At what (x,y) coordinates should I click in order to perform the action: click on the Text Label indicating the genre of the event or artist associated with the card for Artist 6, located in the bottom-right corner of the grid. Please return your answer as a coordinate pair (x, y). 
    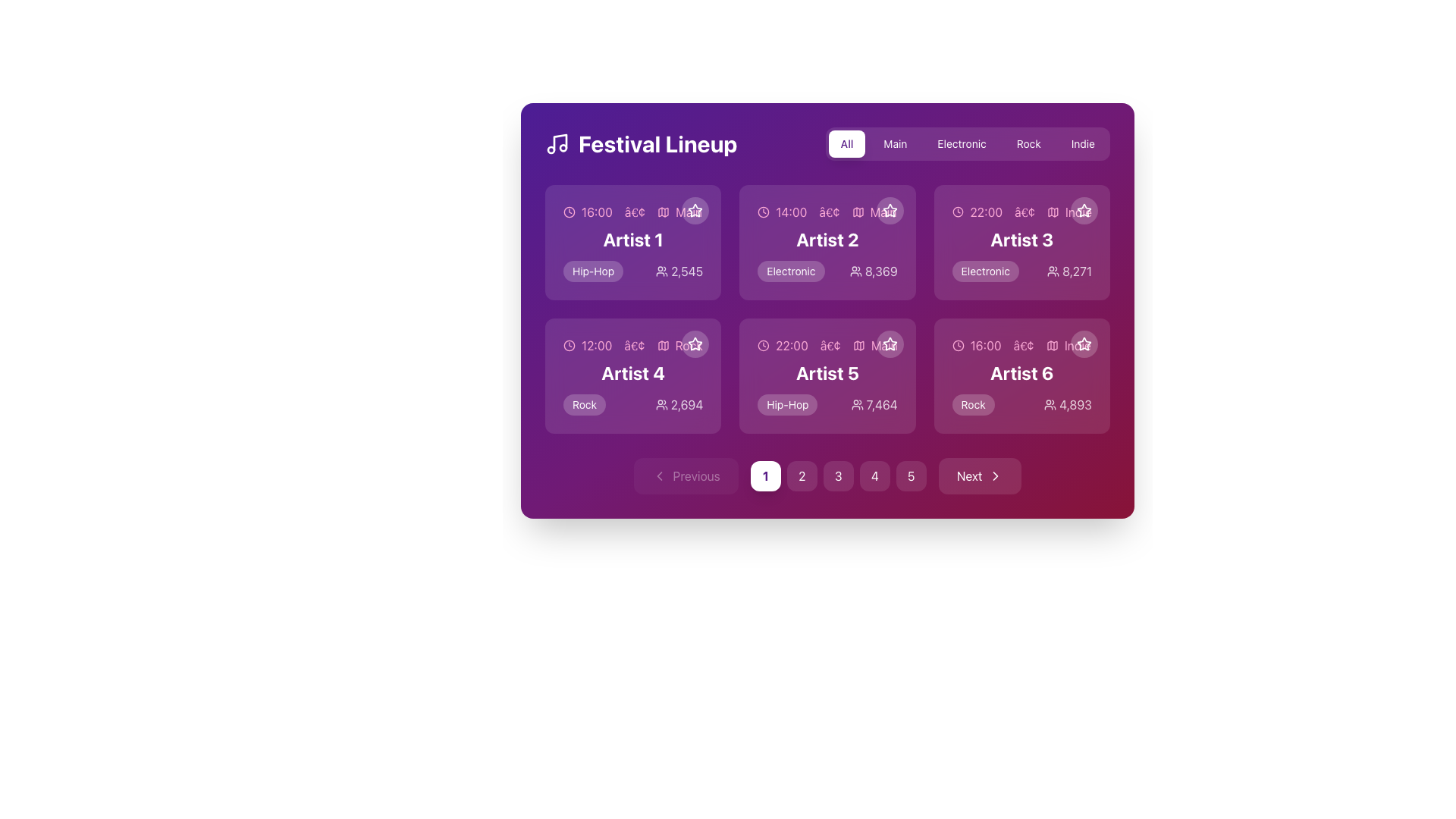
    Looking at the image, I should click on (1077, 345).